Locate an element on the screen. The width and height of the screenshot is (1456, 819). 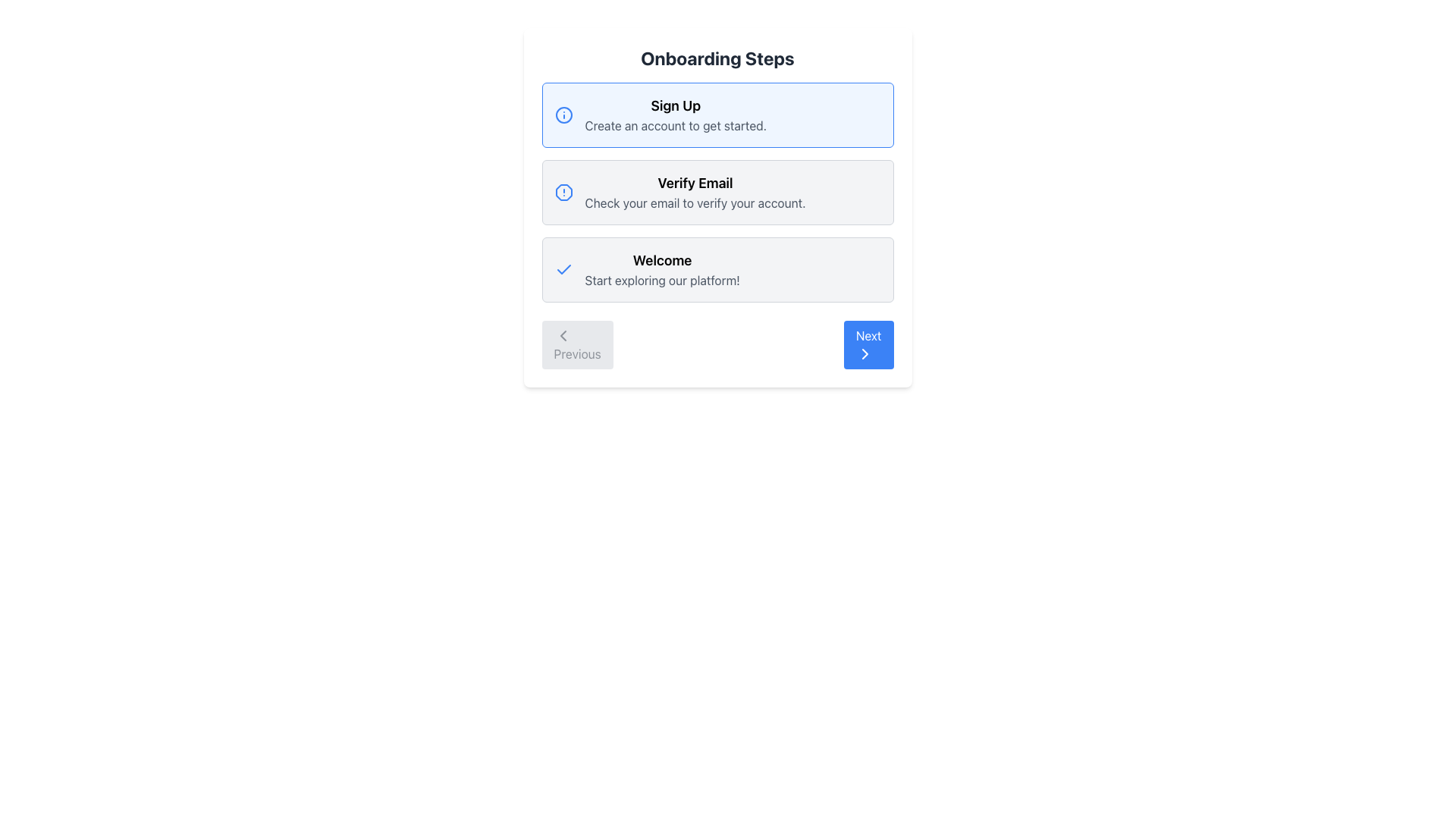
the bold, black text label reading 'Verify Email' located on a light gray card in the middle of a vertical stack of three cards under the 'Onboarding Steps' section is located at coordinates (694, 183).